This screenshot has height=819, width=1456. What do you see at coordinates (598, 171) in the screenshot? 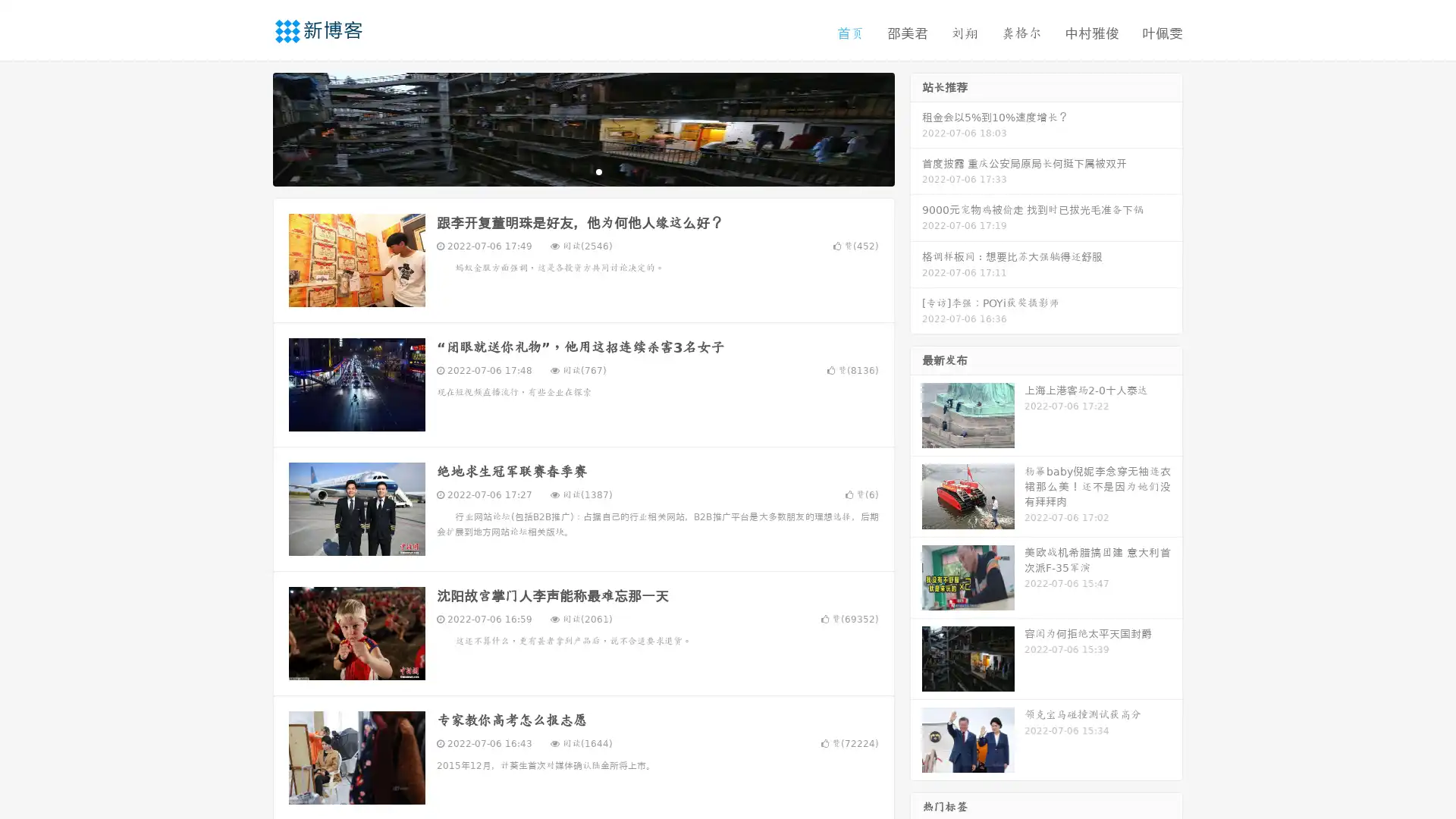
I see `Go to slide 3` at bounding box center [598, 171].